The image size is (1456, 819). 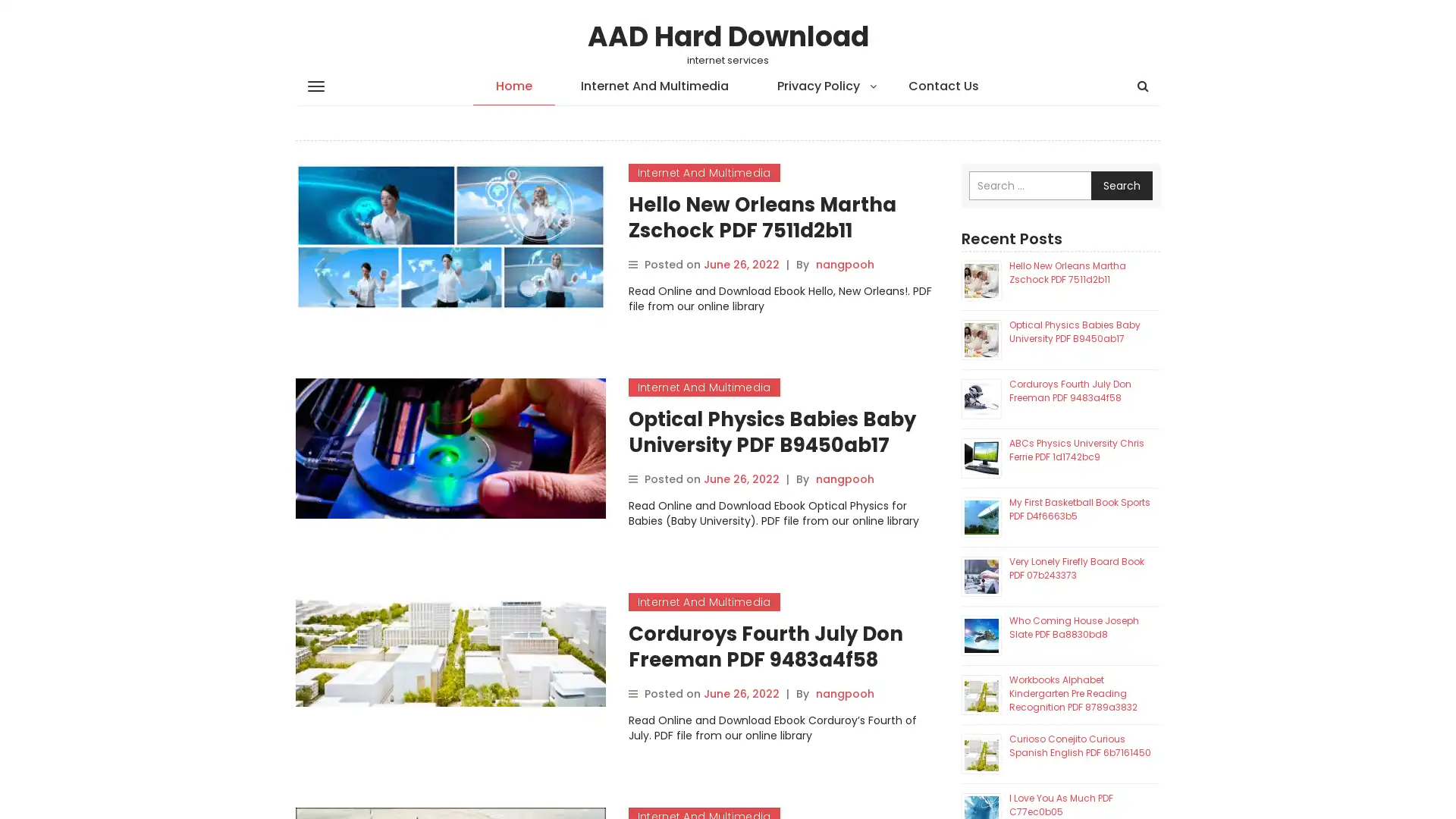 What do you see at coordinates (1122, 185) in the screenshot?
I see `Search` at bounding box center [1122, 185].